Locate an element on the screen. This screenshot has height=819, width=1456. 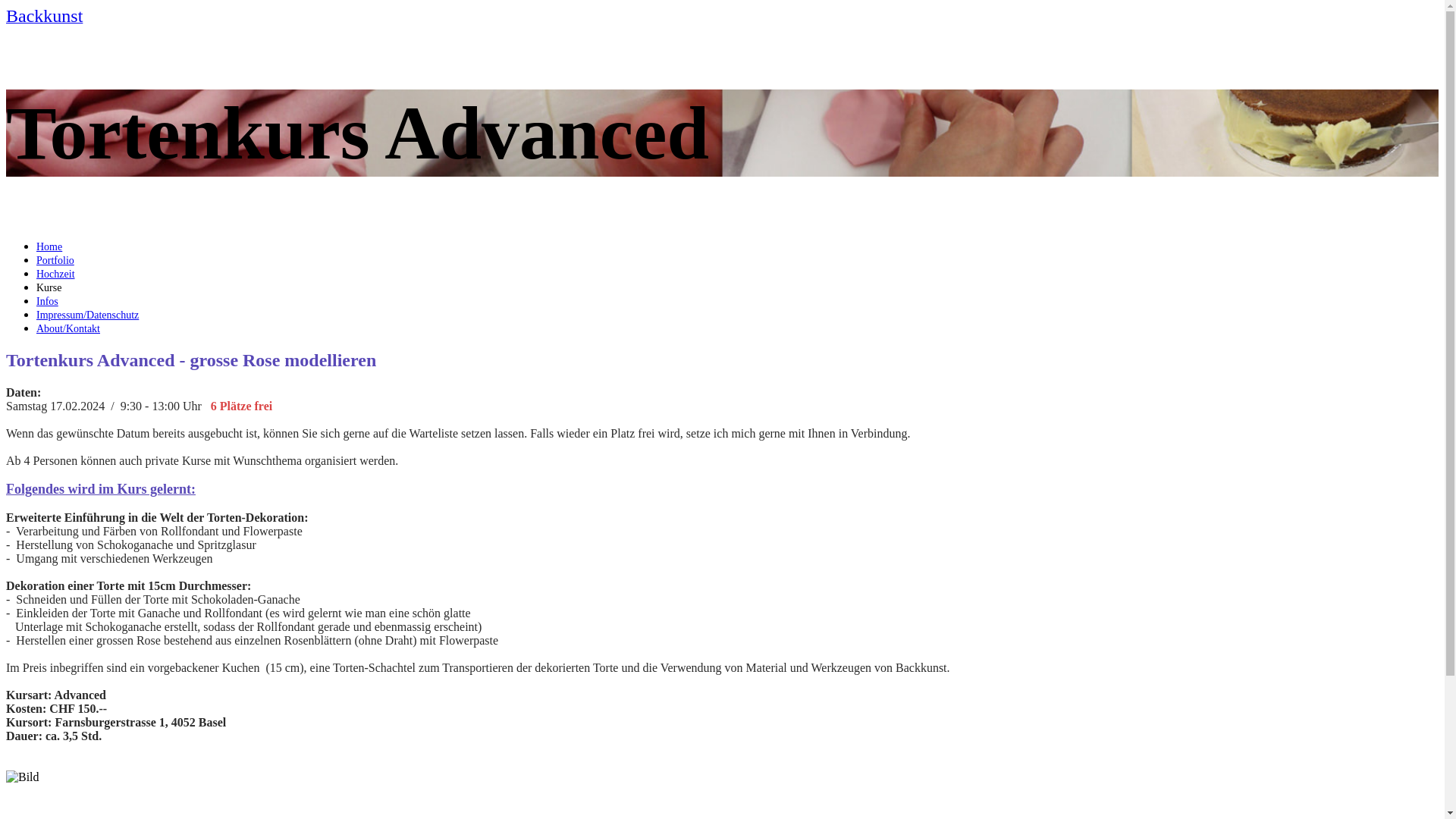
'Hochzeit' is located at coordinates (55, 274).